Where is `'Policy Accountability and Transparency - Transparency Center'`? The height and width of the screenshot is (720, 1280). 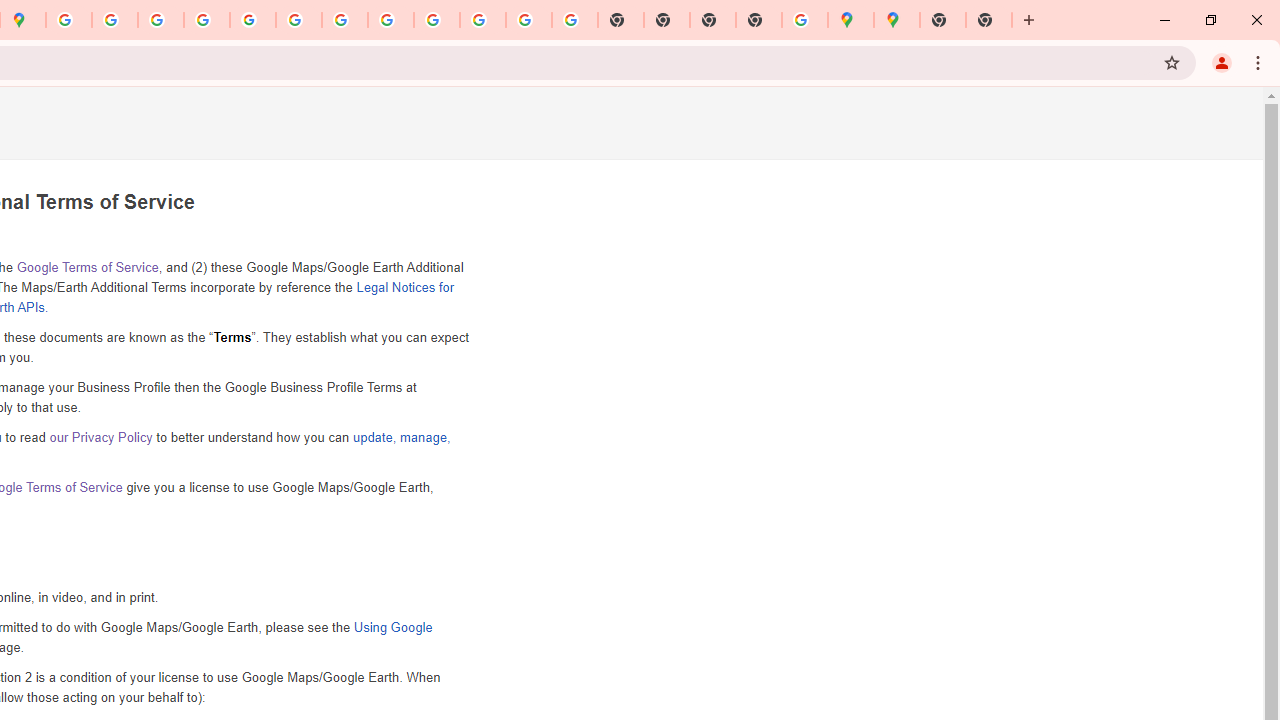 'Policy Accountability and Transparency - Transparency Center' is located at coordinates (69, 20).